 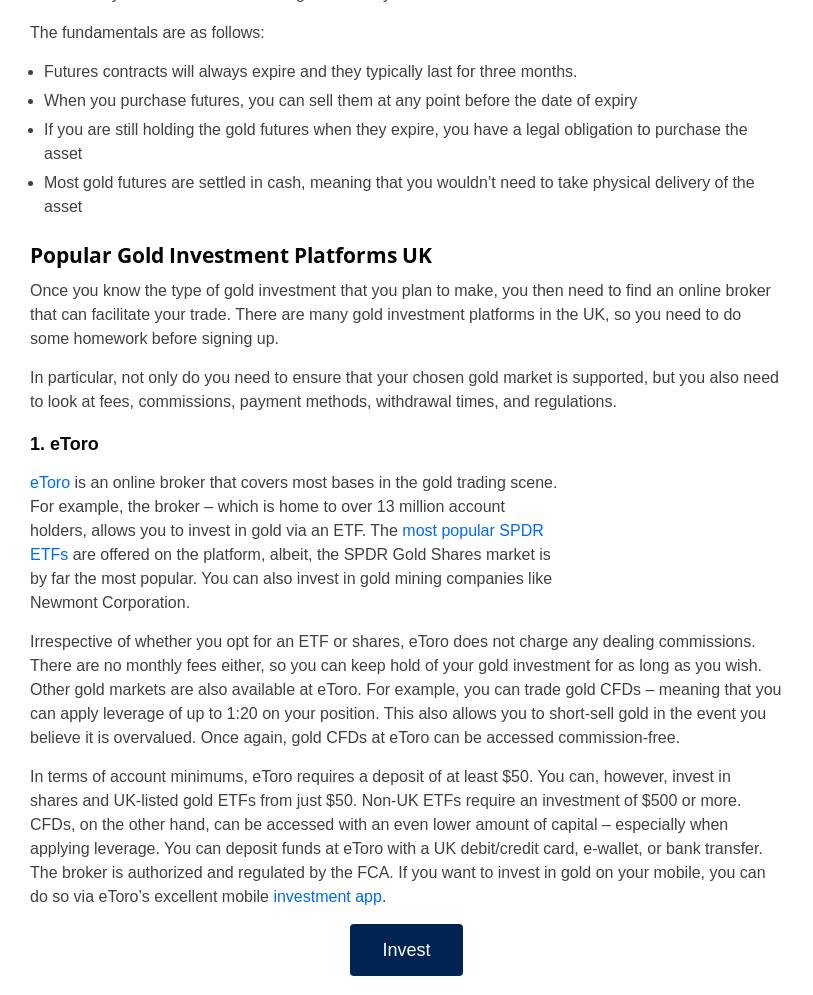 I want to click on 'In particular, not only do you need to ensure that your chosen gold market is supported, but you also need to look at fees, commissions, payment methods, withdrawal times, and regulations.', so click(x=402, y=388).